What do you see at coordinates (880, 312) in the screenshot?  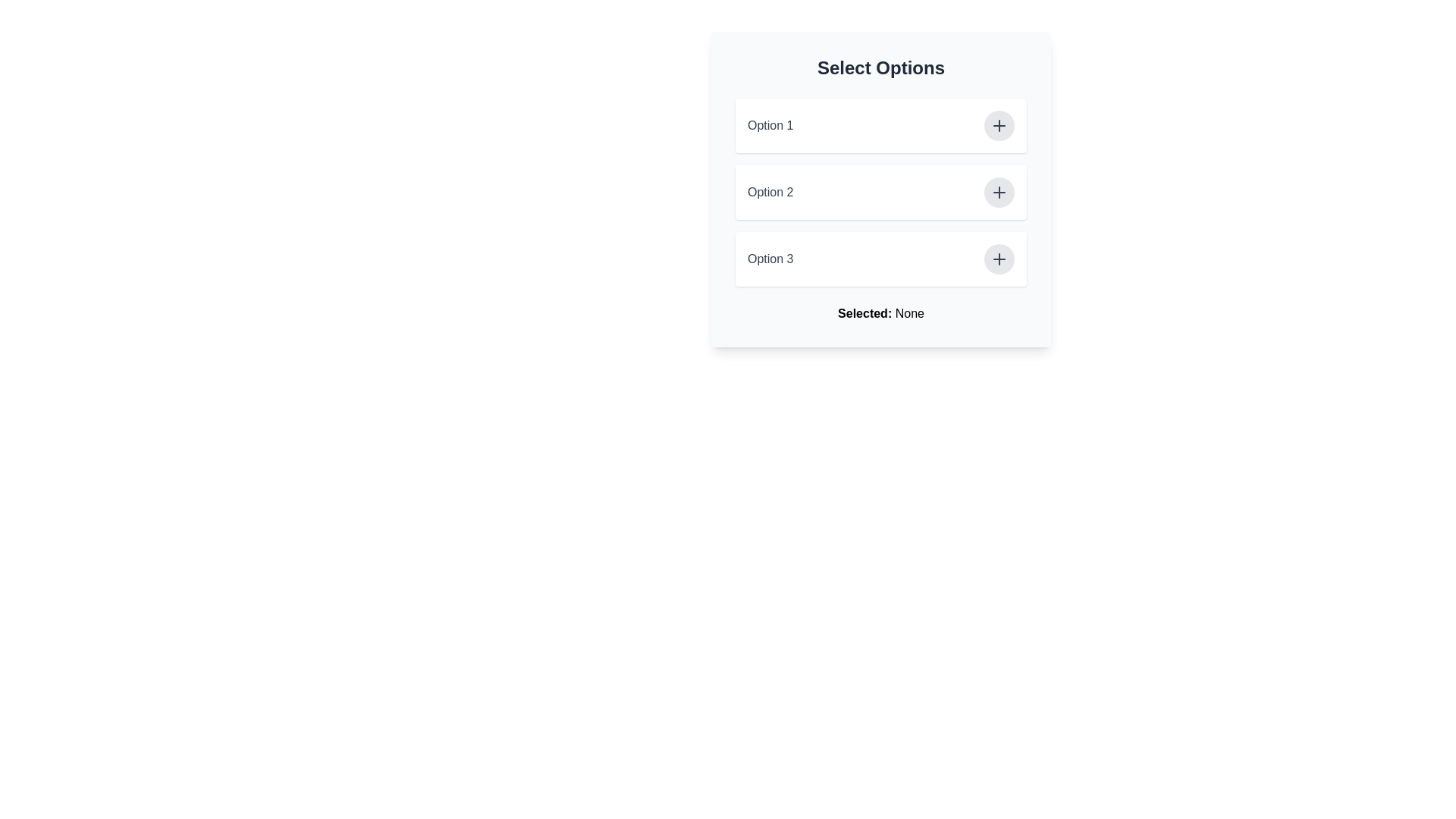 I see `the text label that displays 'Selected: None', which indicates the current selection status in the options selection interface` at bounding box center [880, 312].